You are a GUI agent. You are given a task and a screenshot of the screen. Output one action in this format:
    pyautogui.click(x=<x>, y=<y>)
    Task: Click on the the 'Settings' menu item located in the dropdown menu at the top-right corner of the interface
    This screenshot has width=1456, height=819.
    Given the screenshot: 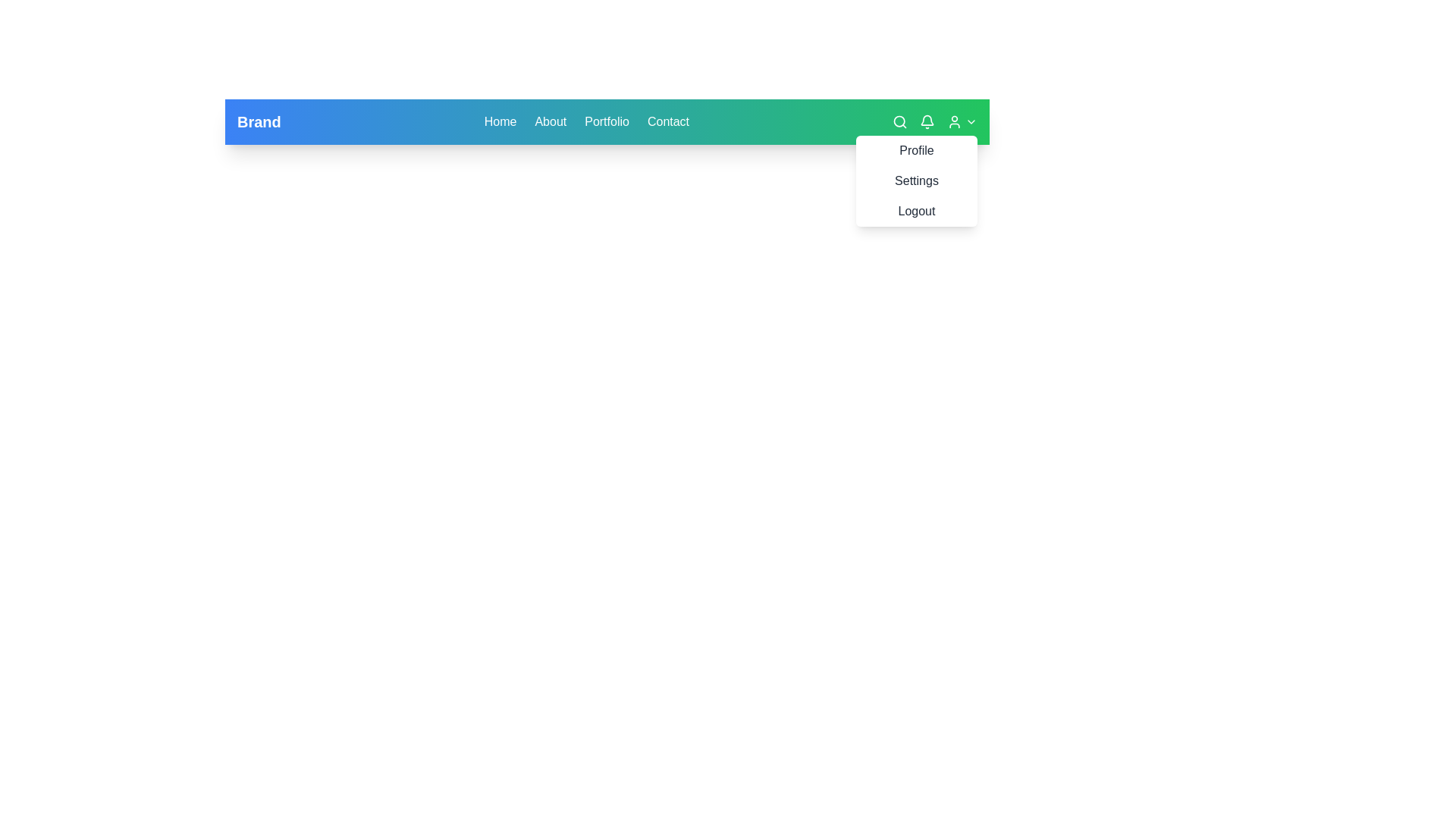 What is the action you would take?
    pyautogui.click(x=916, y=180)
    